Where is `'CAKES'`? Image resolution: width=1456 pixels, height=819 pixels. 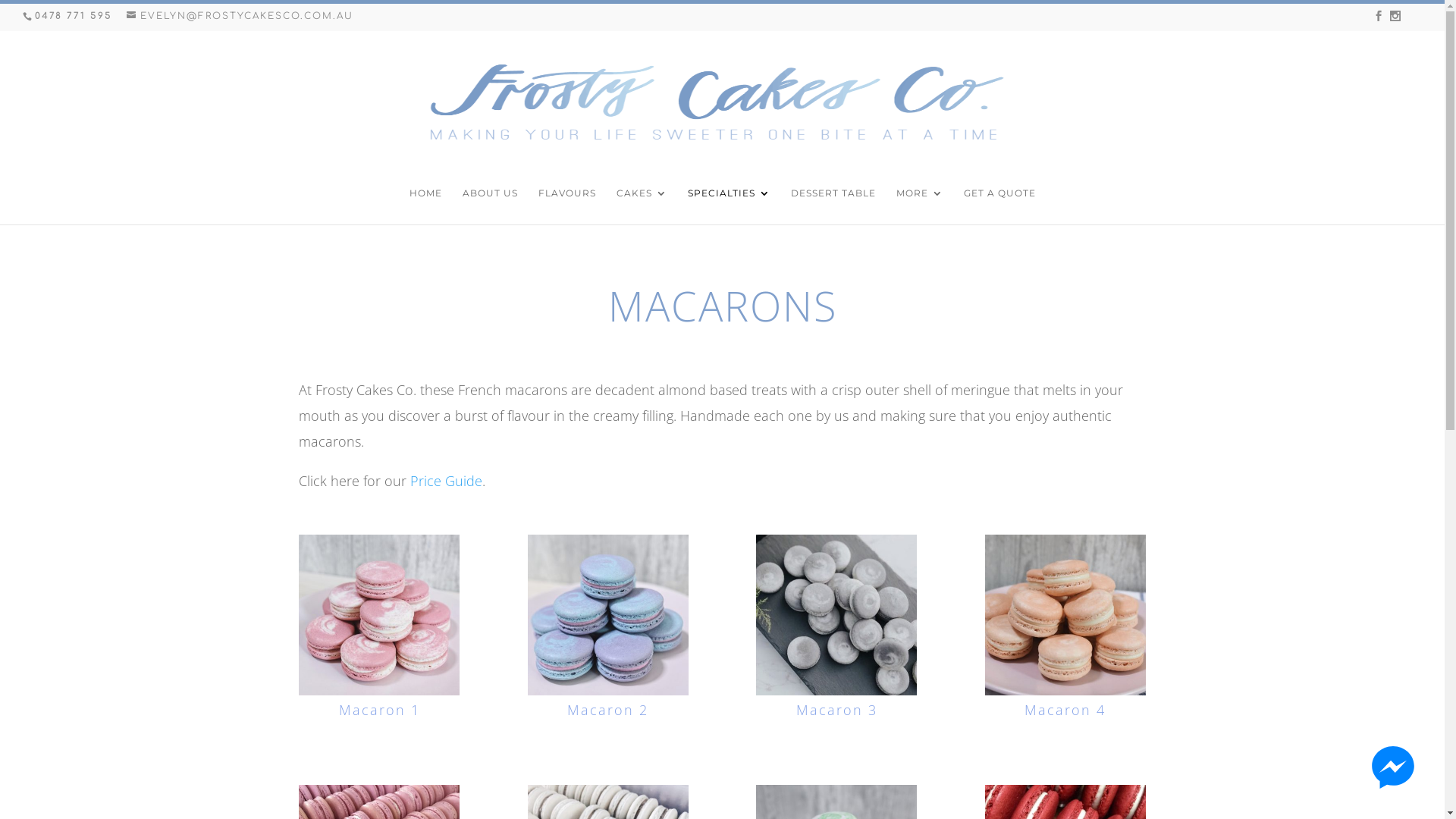
'CAKES' is located at coordinates (641, 206).